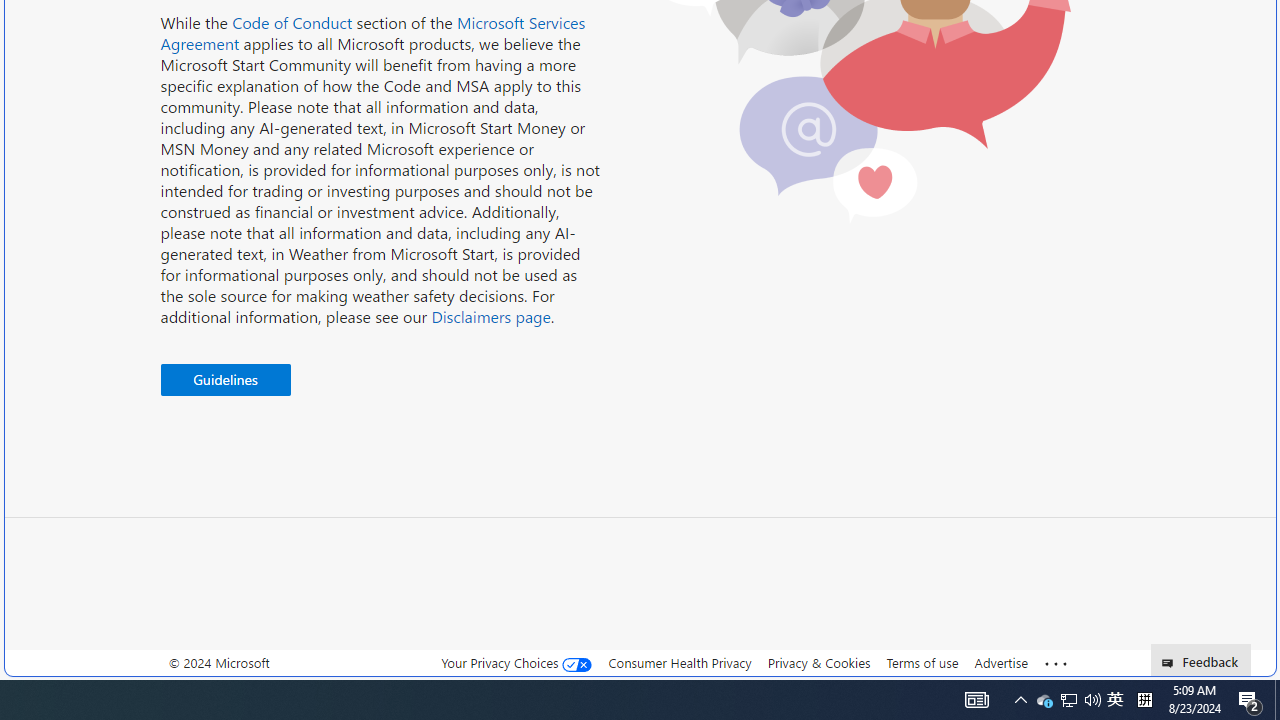 The height and width of the screenshot is (720, 1280). I want to click on 'Terms of use', so click(921, 663).